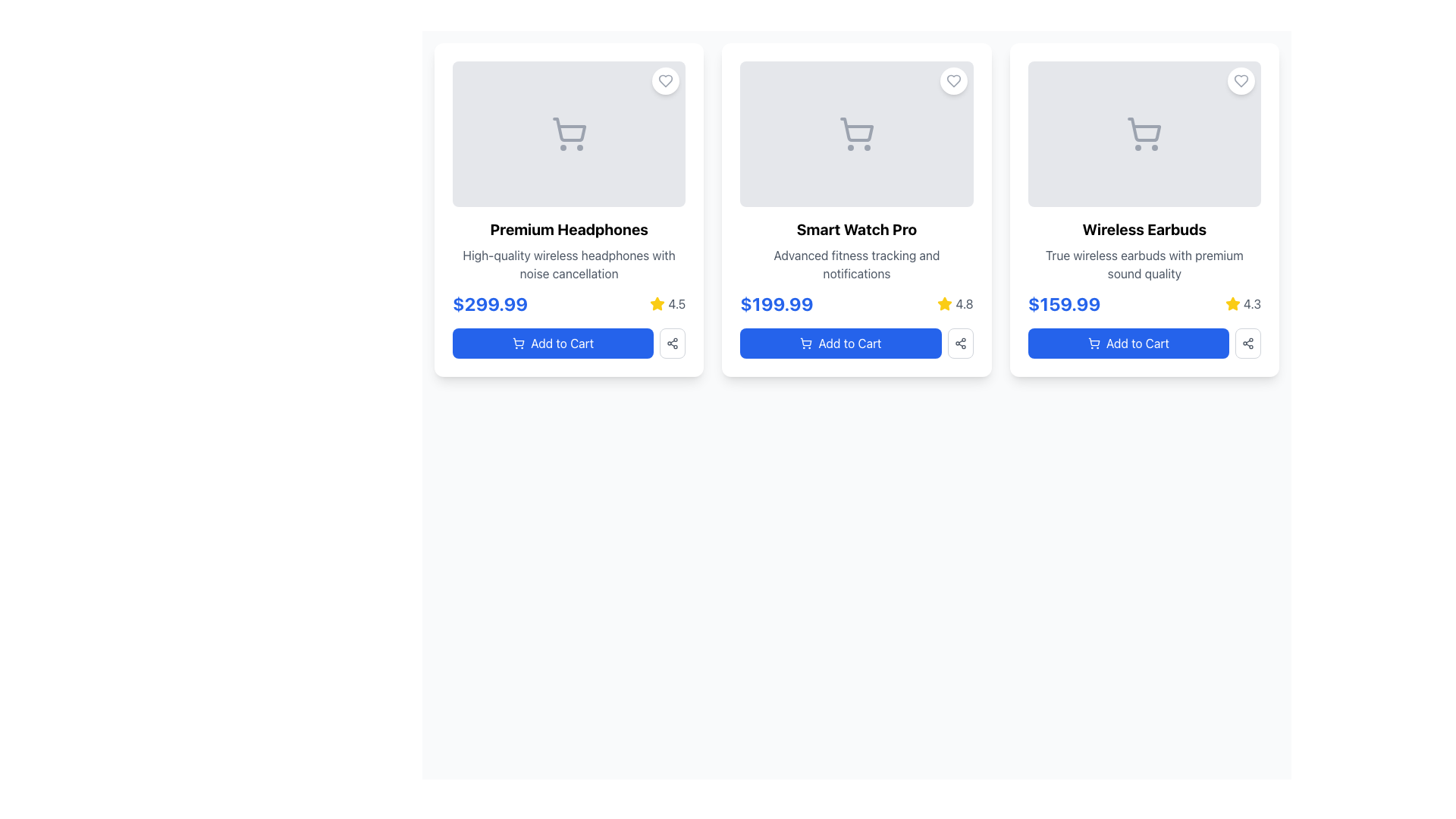 This screenshot has width=1456, height=819. What do you see at coordinates (959, 343) in the screenshot?
I see `the network-like icon button, which is represented by three circles connected by lines, located at the bottom-right corner of the 'Wireless Earbuds' product card` at bounding box center [959, 343].